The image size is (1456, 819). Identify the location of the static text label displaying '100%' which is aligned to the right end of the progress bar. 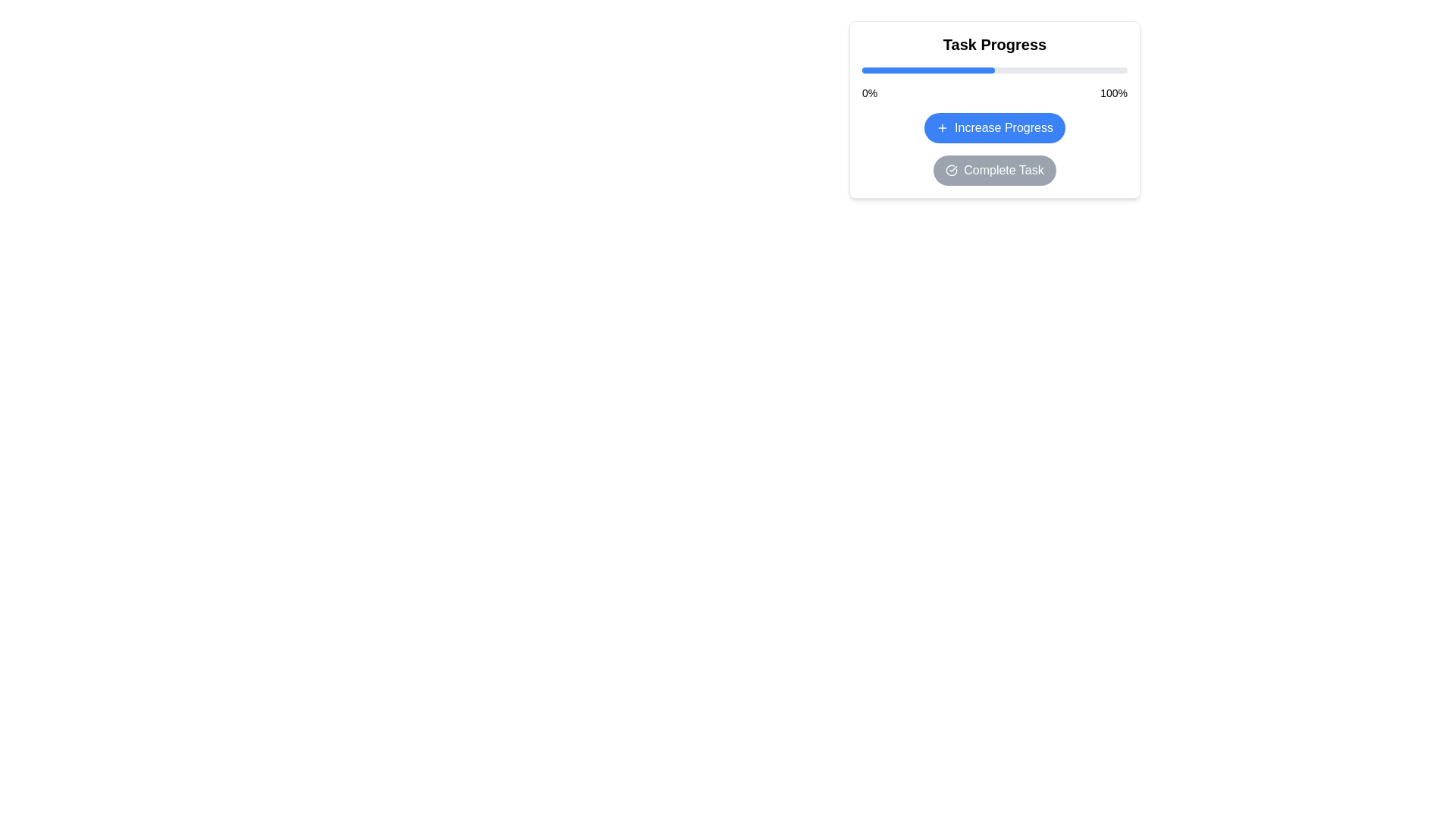
(1114, 93).